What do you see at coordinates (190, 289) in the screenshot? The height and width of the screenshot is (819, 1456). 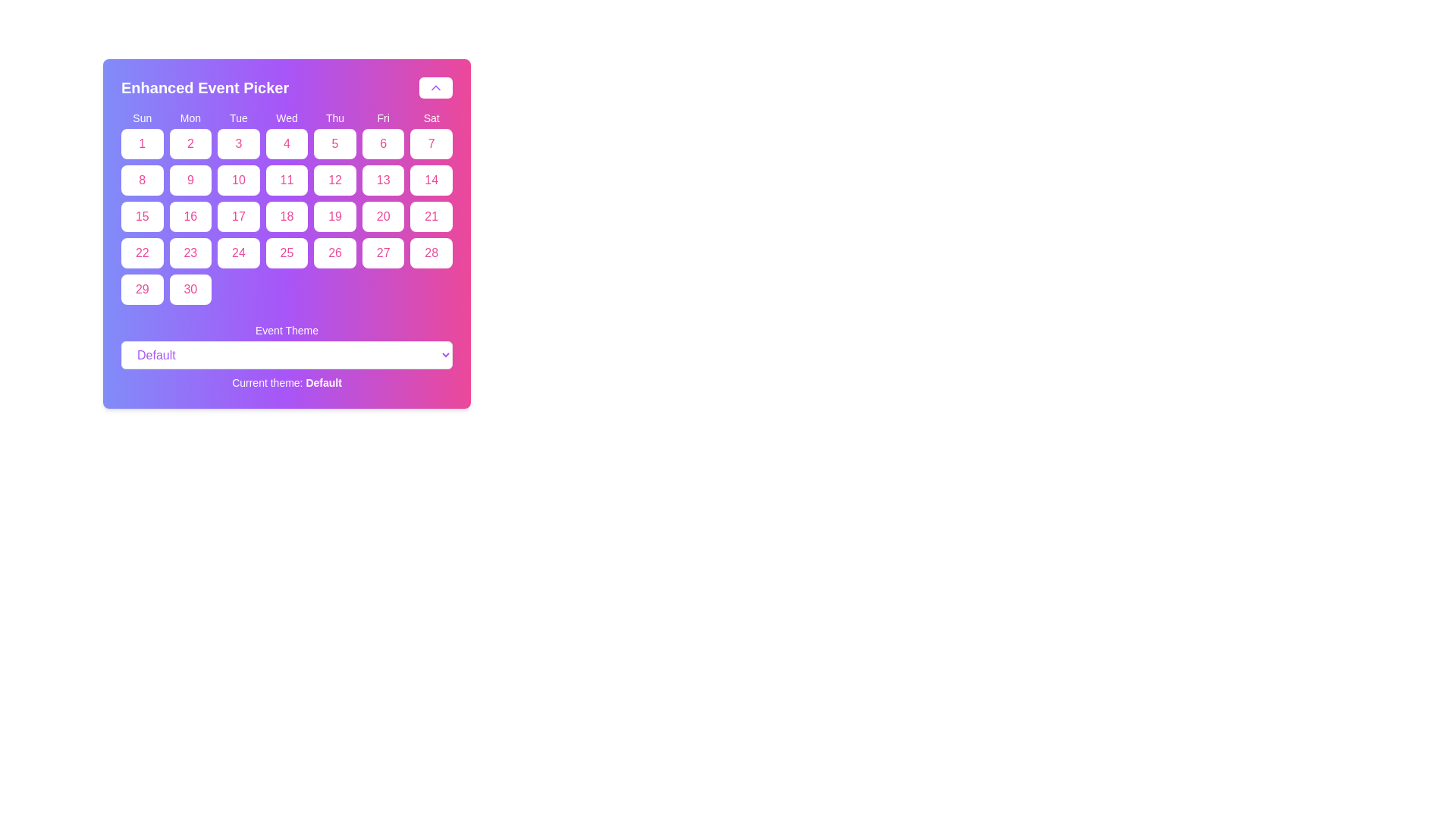 I see `the calendar date cell displaying '30' in pink color` at bounding box center [190, 289].